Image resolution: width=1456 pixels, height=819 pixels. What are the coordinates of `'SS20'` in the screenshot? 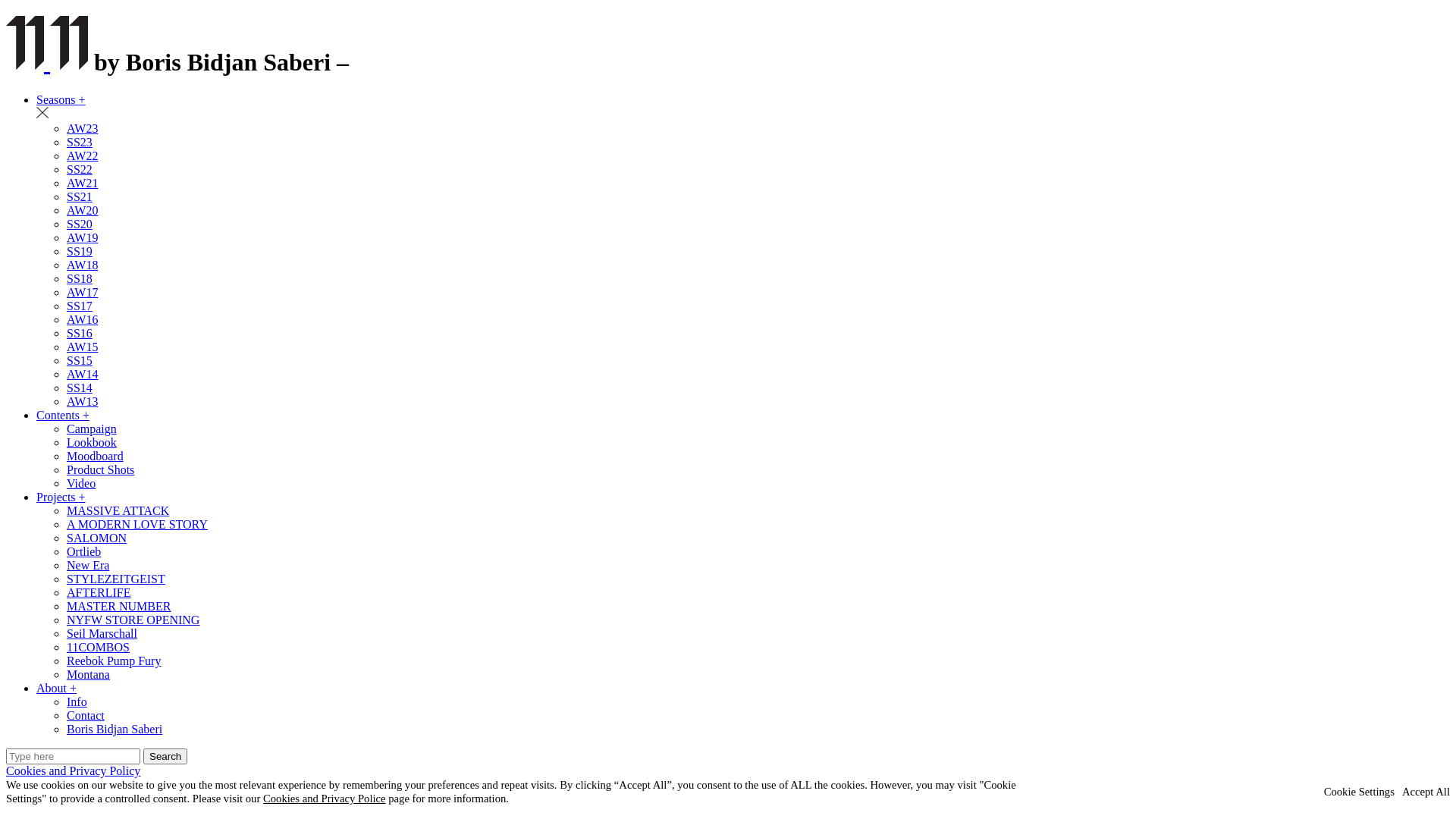 It's located at (65, 224).